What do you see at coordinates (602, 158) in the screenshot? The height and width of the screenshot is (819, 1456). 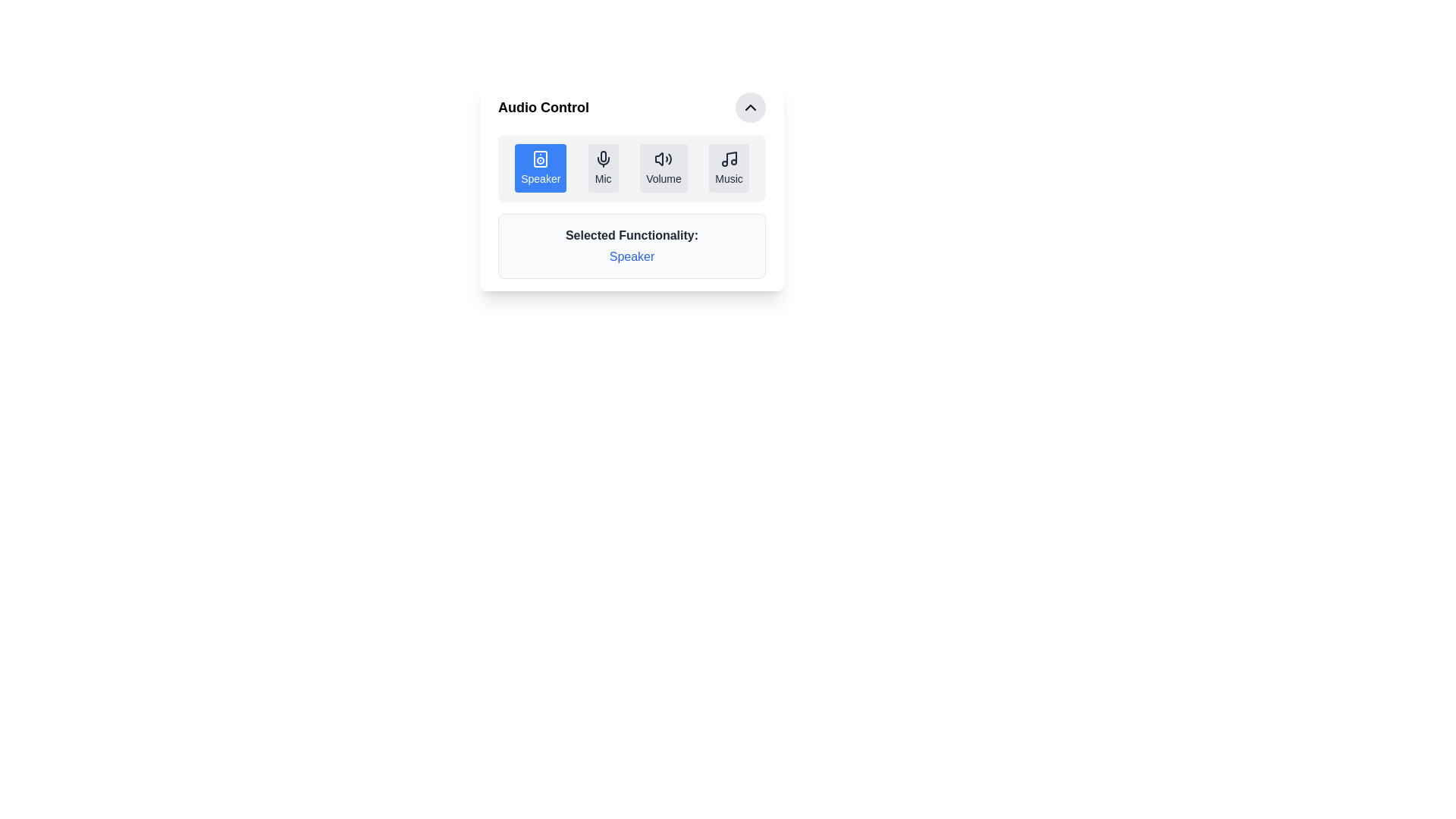 I see `the microphone icon located between the 'Speaker' and 'Volume' buttons under the 'Audio Control' heading` at bounding box center [602, 158].